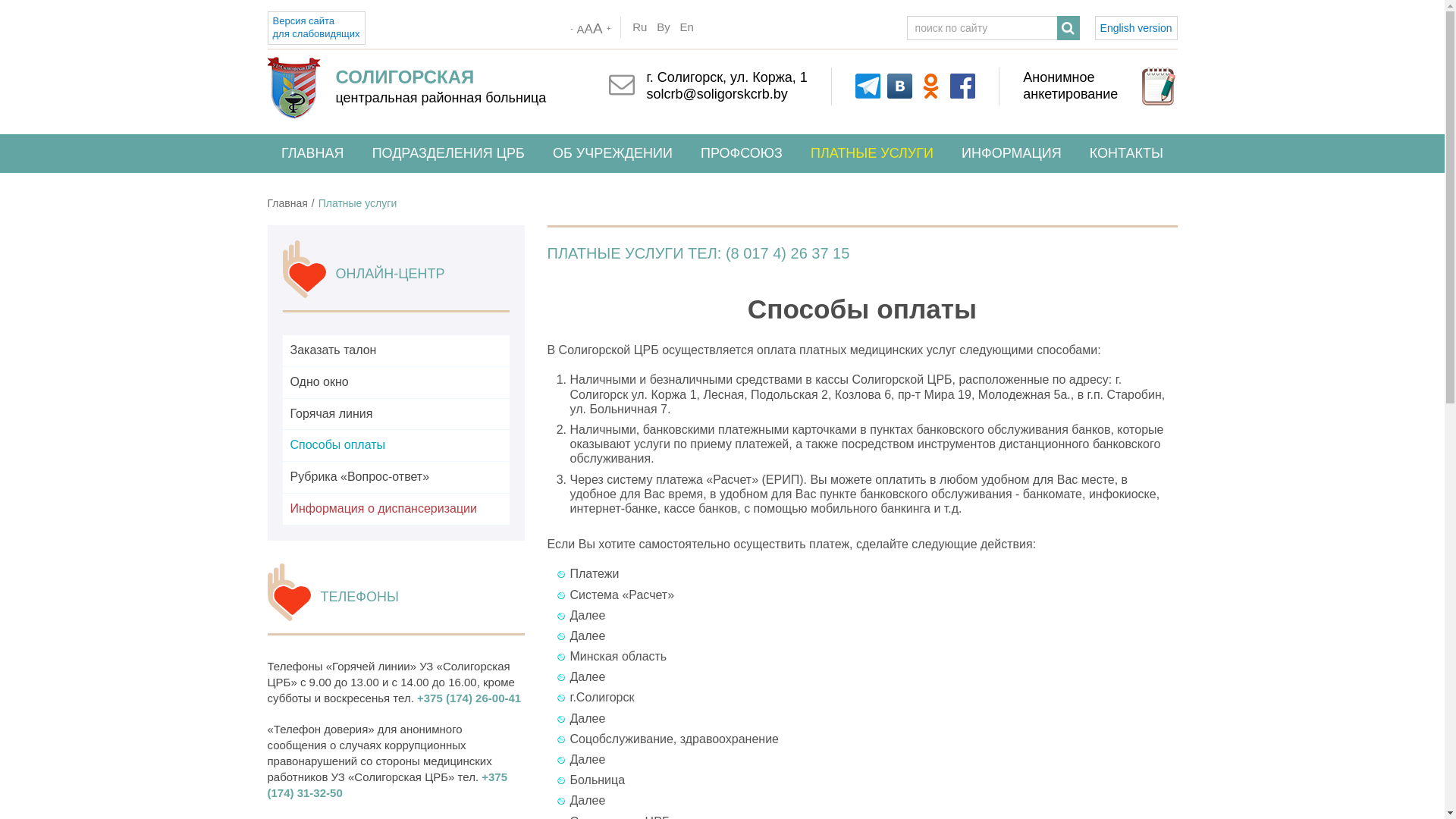  I want to click on '+', so click(608, 28).